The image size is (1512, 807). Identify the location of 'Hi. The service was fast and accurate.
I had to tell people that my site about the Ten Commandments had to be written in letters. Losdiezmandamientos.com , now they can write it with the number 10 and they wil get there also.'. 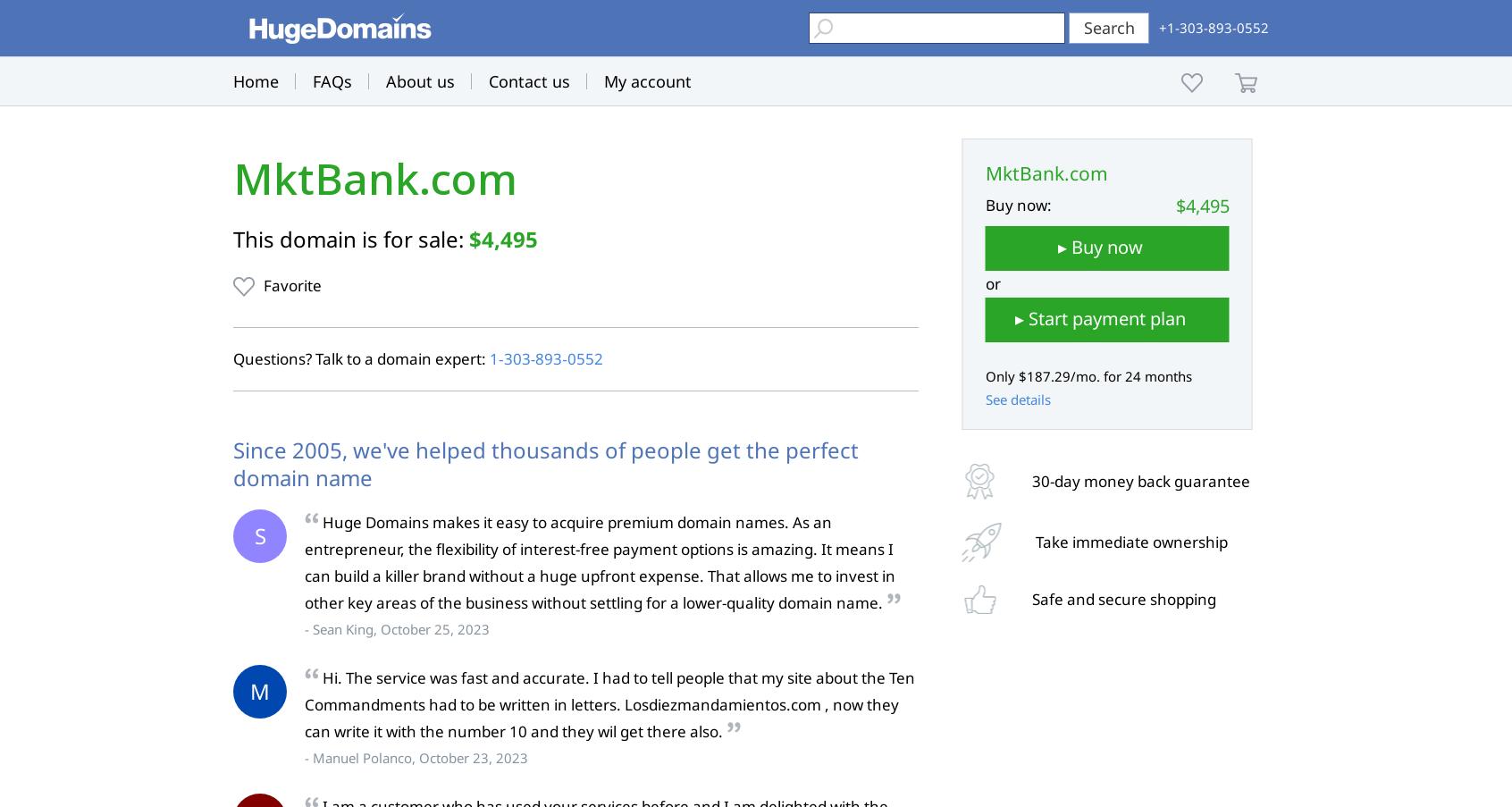
(303, 702).